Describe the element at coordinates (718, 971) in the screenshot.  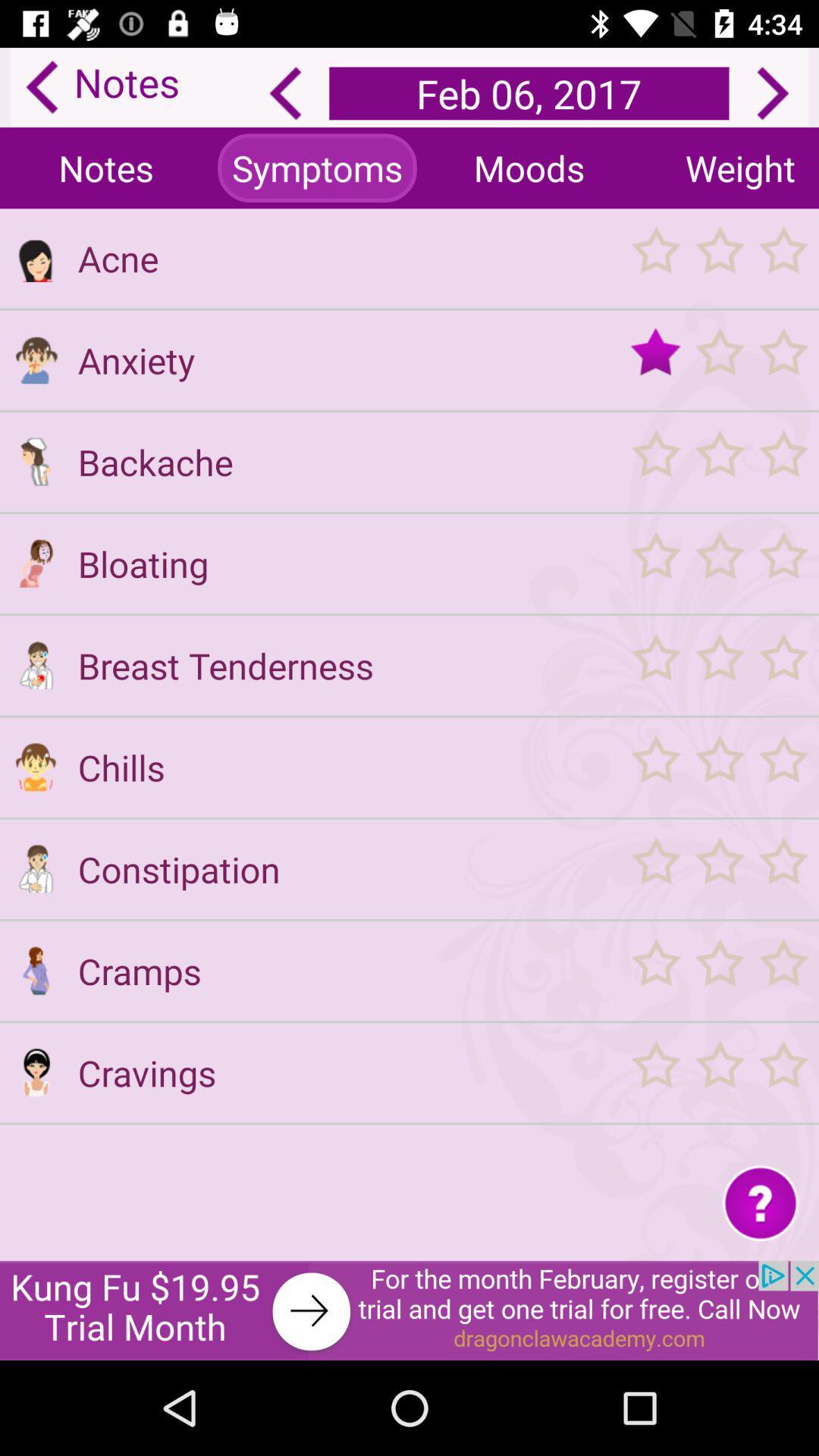
I see `cramp level` at that location.